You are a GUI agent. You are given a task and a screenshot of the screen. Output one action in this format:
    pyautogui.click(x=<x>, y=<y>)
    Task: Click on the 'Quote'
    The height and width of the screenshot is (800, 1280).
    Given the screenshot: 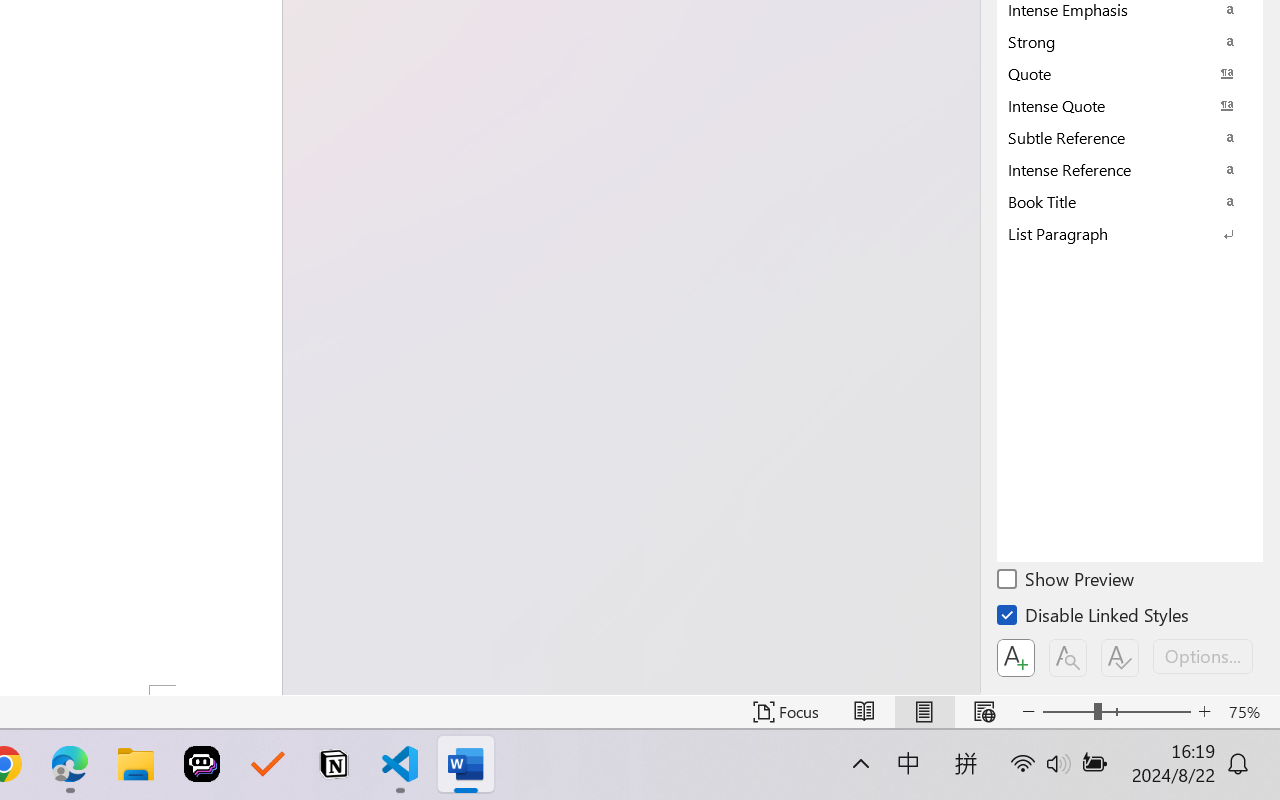 What is the action you would take?
    pyautogui.click(x=1130, y=73)
    